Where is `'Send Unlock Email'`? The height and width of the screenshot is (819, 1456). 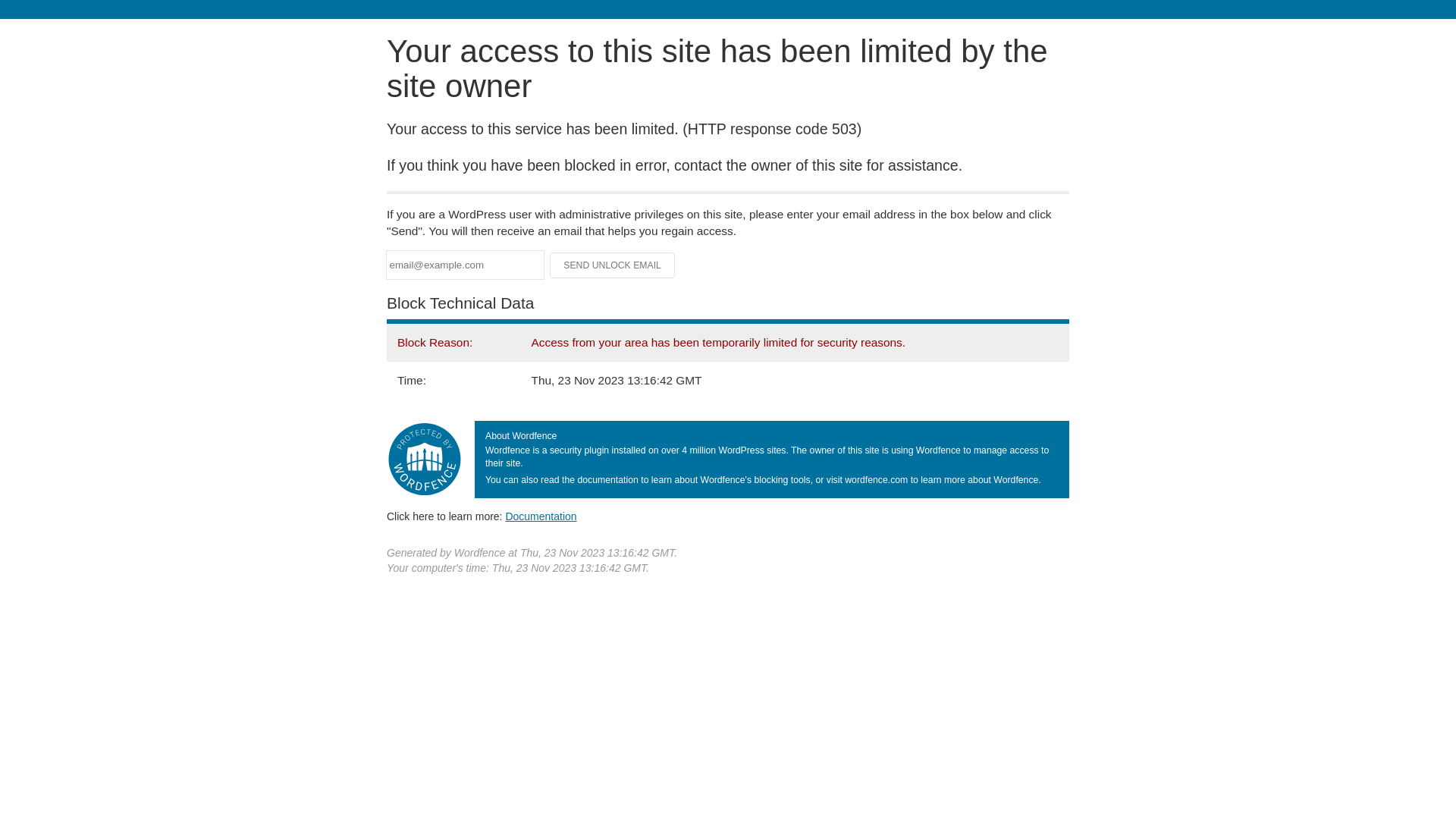 'Send Unlock Email' is located at coordinates (548, 265).